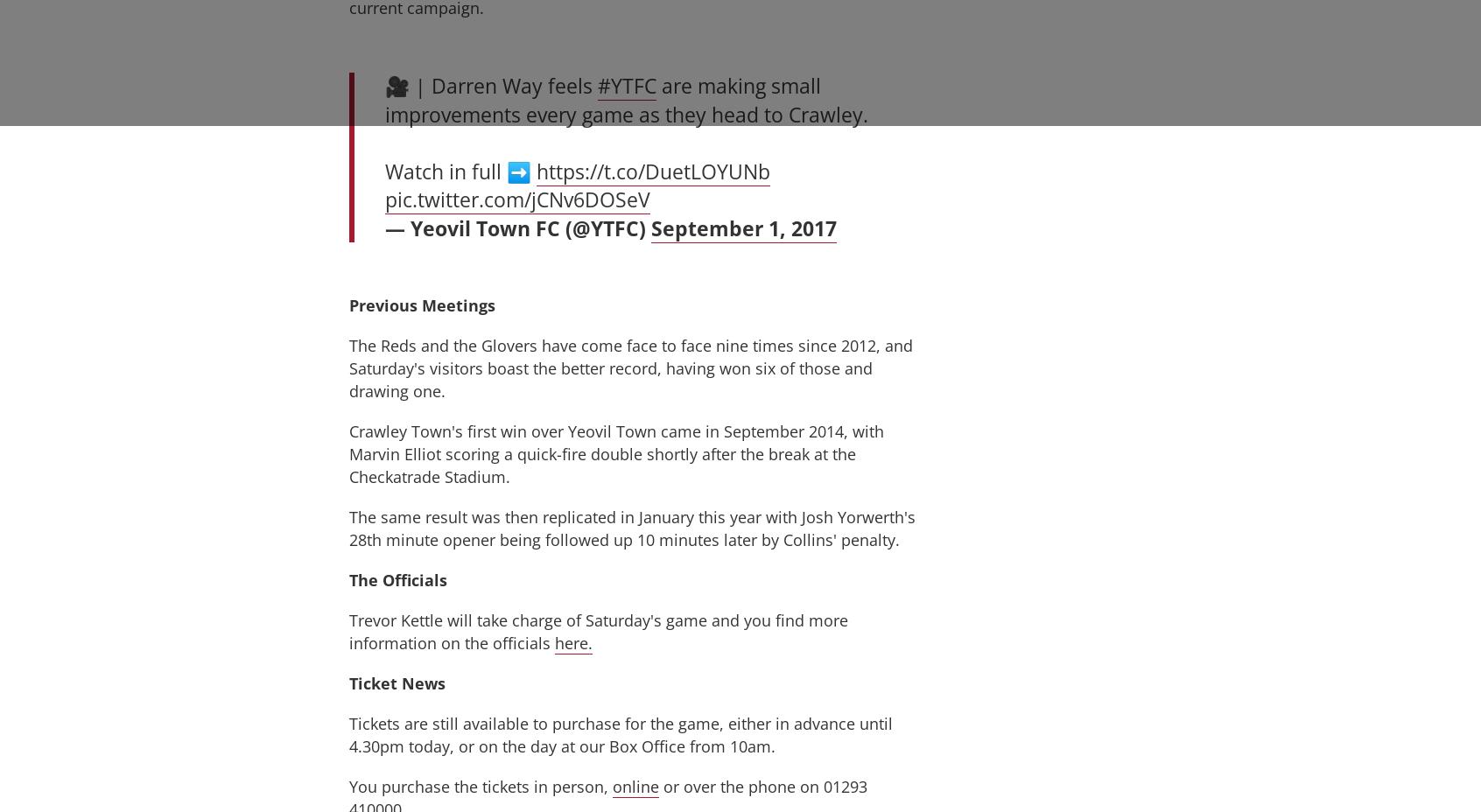 This screenshot has height=812, width=1481. What do you see at coordinates (616, 453) in the screenshot?
I see `'Crawley Town's first win over Yeovil Town came in September 2014, with Marvin Elliot scoring a quick-fire double shortly after the break at the Checkatrade Stadium.'` at bounding box center [616, 453].